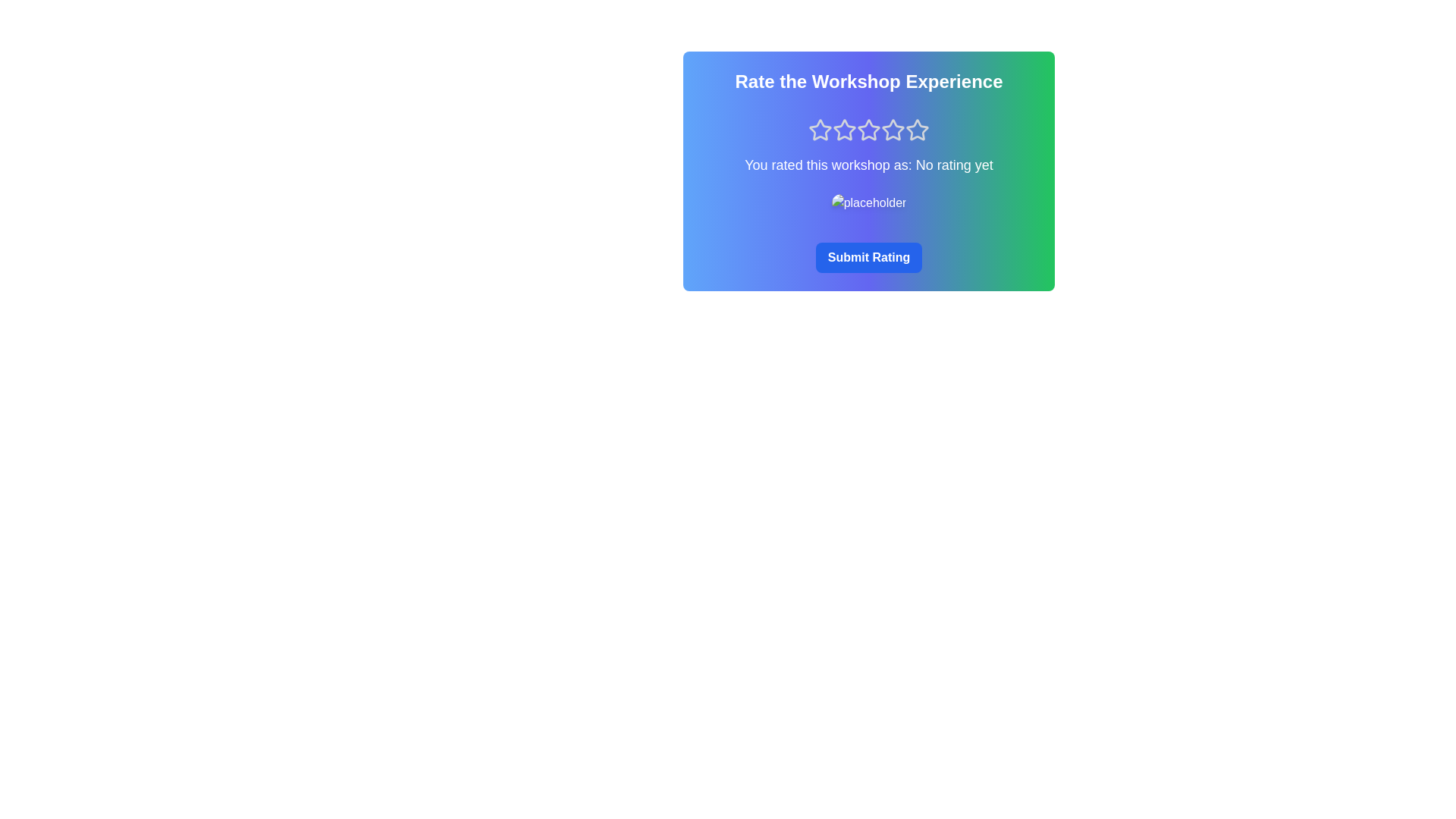  What do you see at coordinates (893, 130) in the screenshot?
I see `the rating to 4 stars by clicking the corresponding star` at bounding box center [893, 130].